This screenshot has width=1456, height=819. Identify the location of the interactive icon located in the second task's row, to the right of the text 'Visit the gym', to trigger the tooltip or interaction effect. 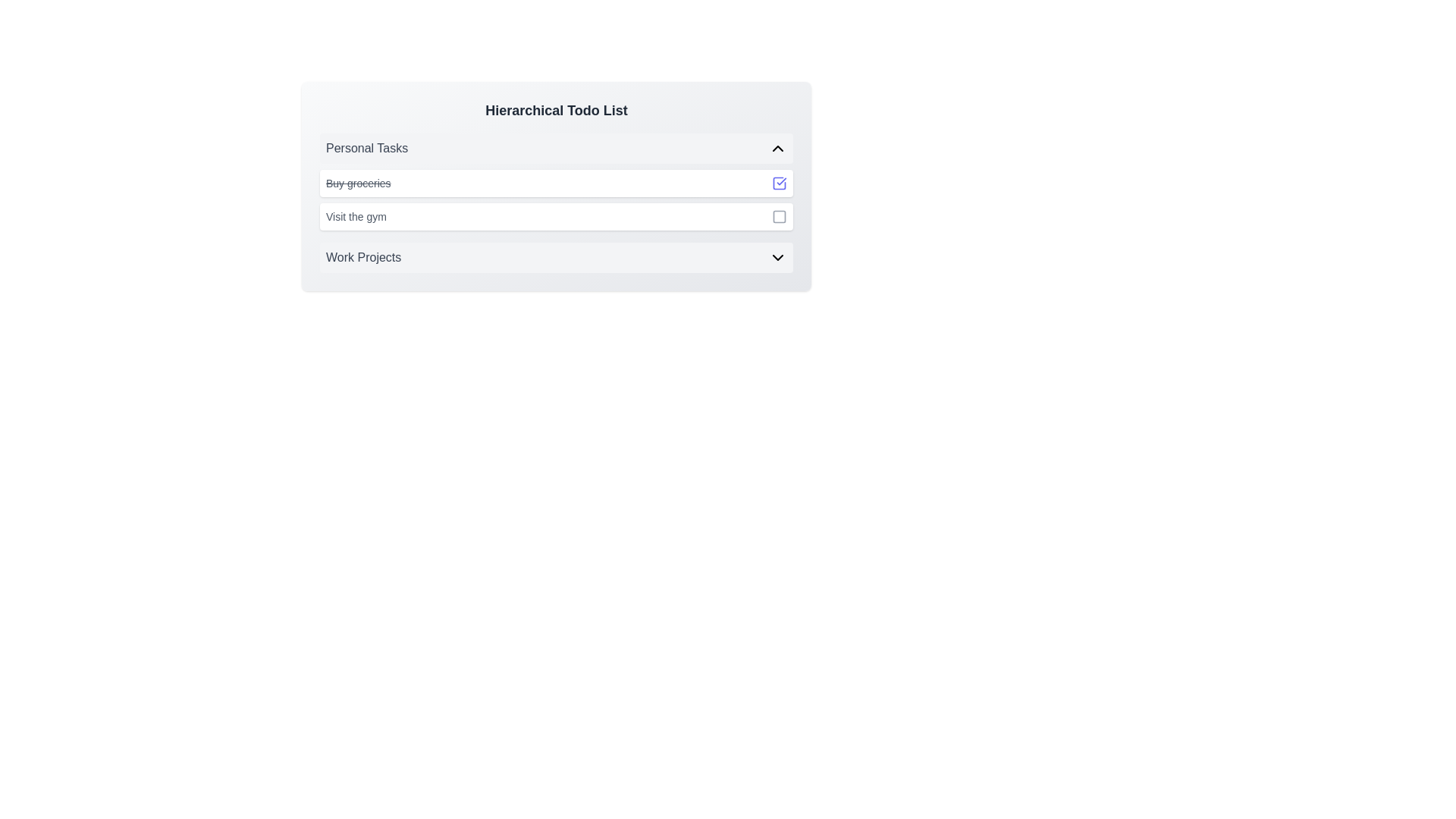
(779, 216).